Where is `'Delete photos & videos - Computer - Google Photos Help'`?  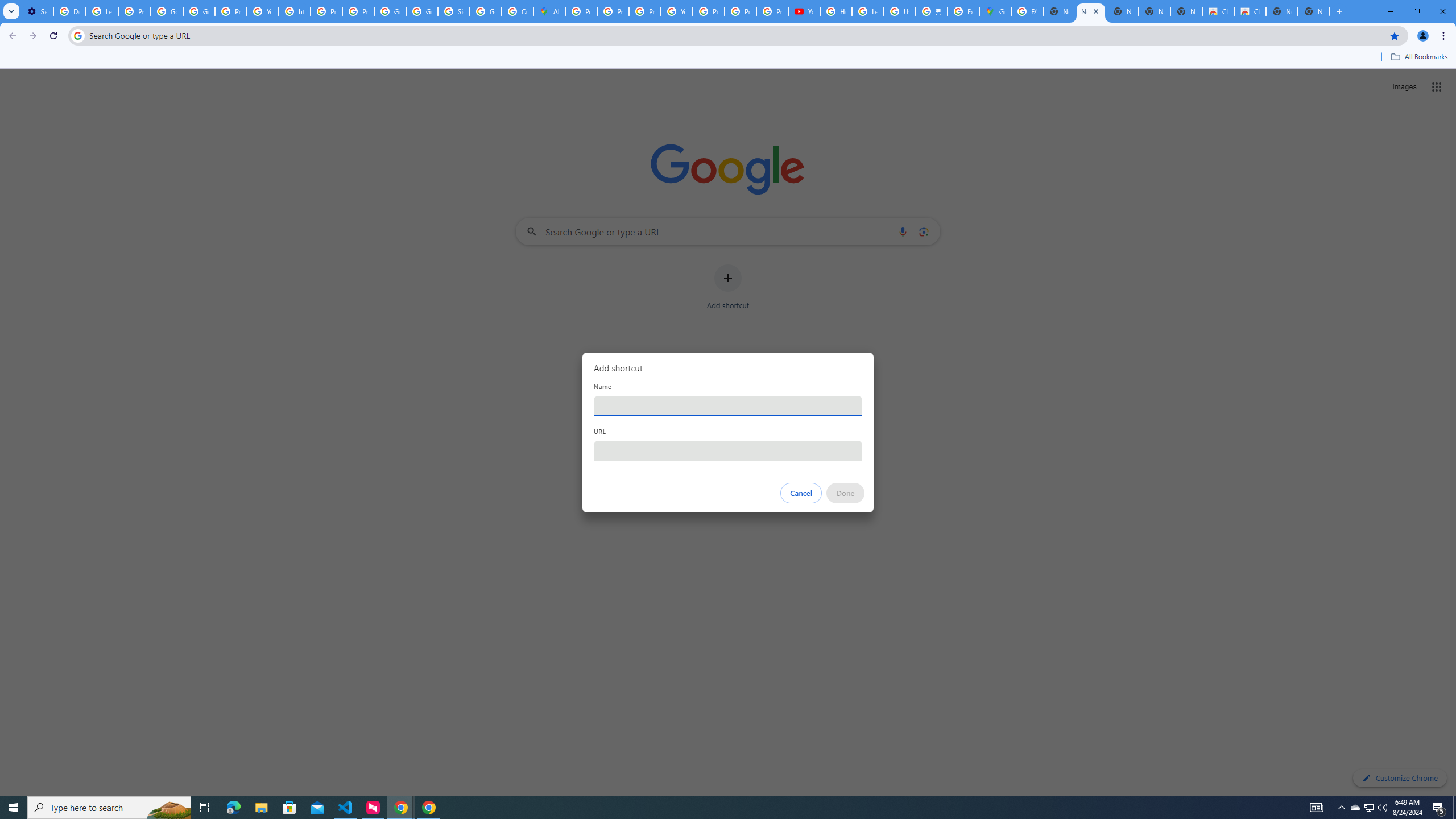
'Delete photos & videos - Computer - Google Photos Help' is located at coordinates (69, 11).